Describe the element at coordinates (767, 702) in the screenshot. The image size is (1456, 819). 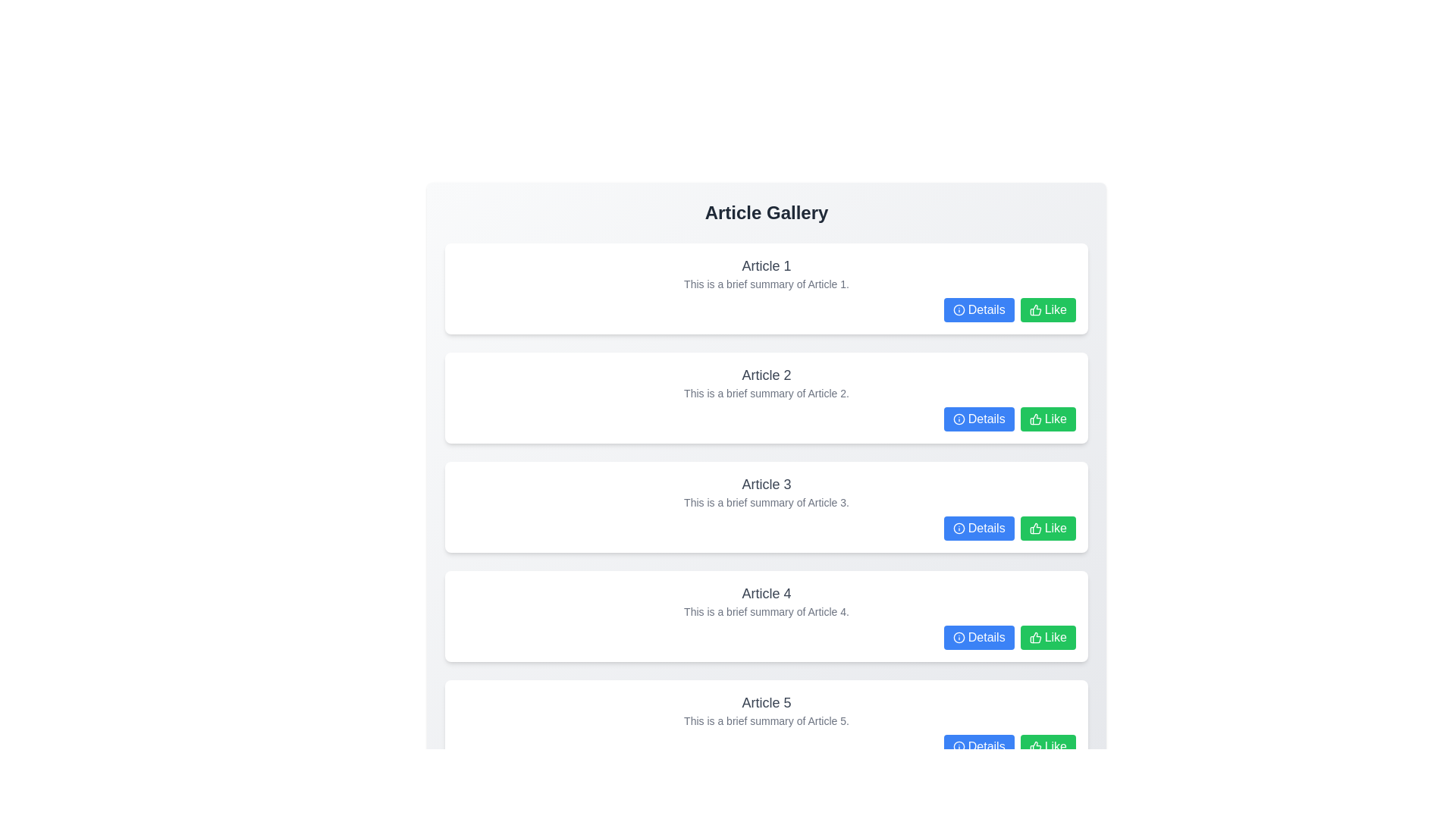
I see `the static text label displaying 'Article 5', which is styled as a heading with a larger, bold font and gray color, located in the fifth section of the article items list` at that location.